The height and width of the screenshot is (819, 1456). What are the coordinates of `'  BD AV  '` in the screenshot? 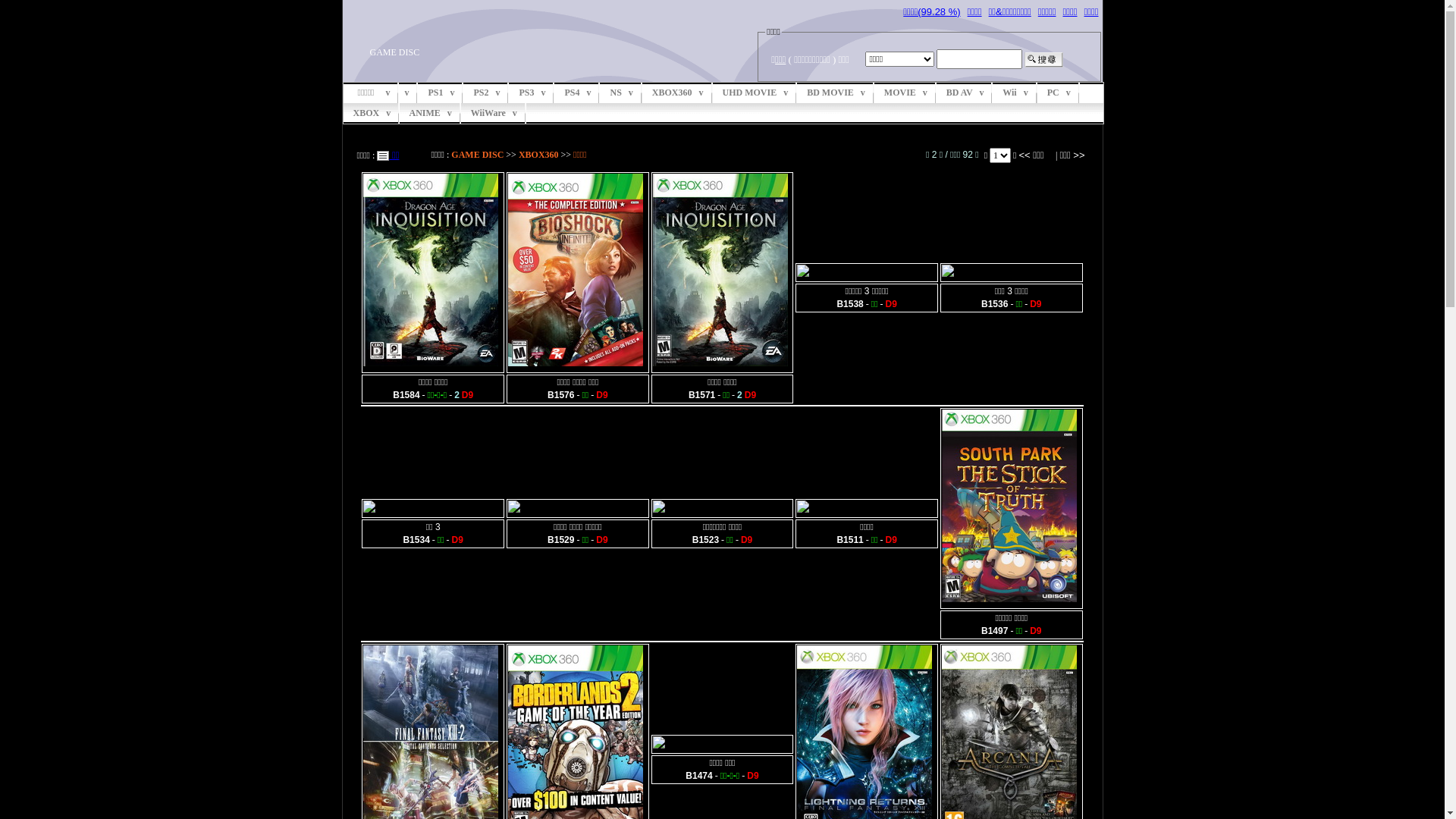 It's located at (964, 93).